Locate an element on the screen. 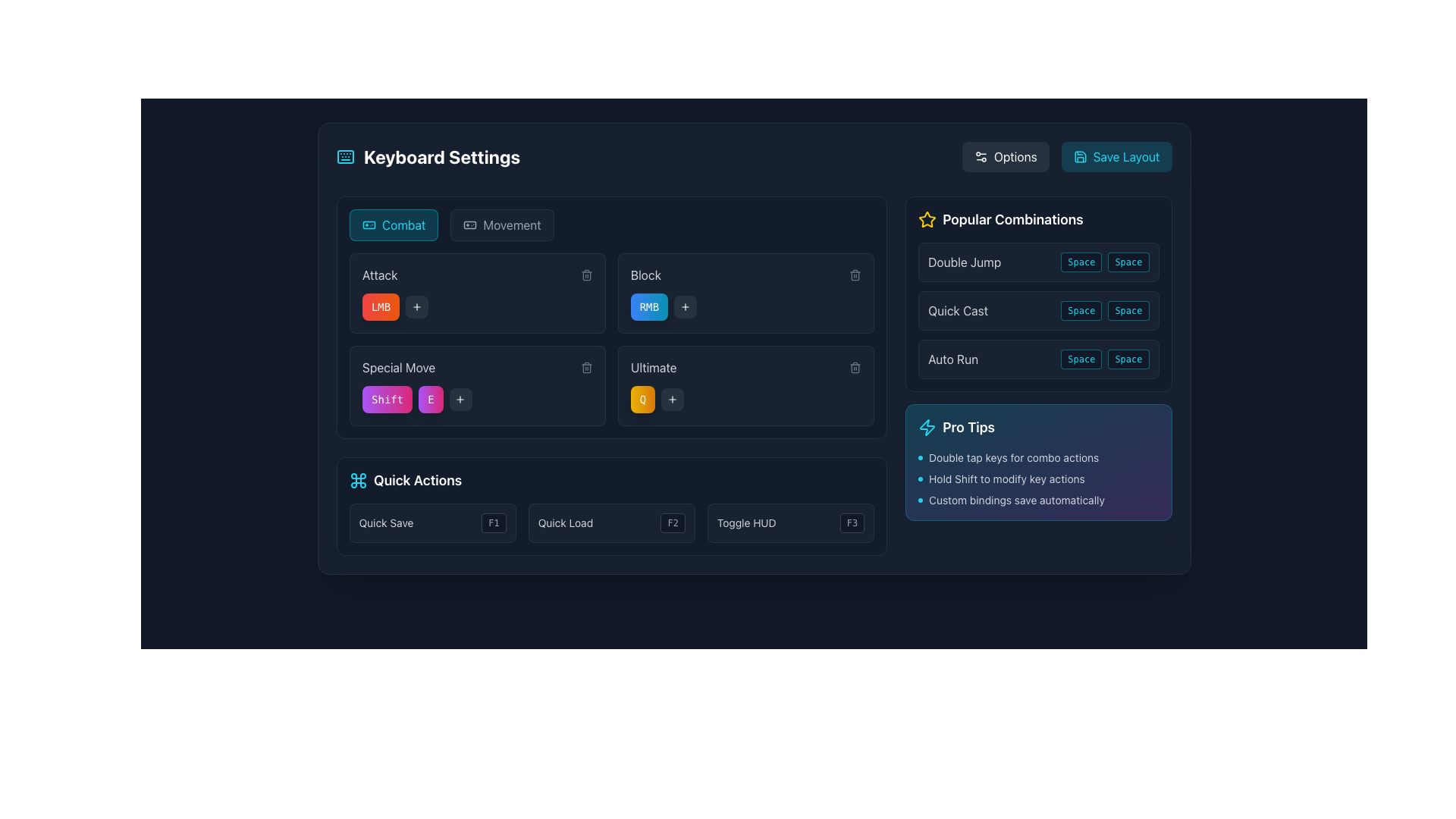  the lightning bolt icon that emphasizes the 'Pro Tips' section, located on the right pane of the interface, aligned with the heading text 'Pro Tips' is located at coordinates (927, 427).